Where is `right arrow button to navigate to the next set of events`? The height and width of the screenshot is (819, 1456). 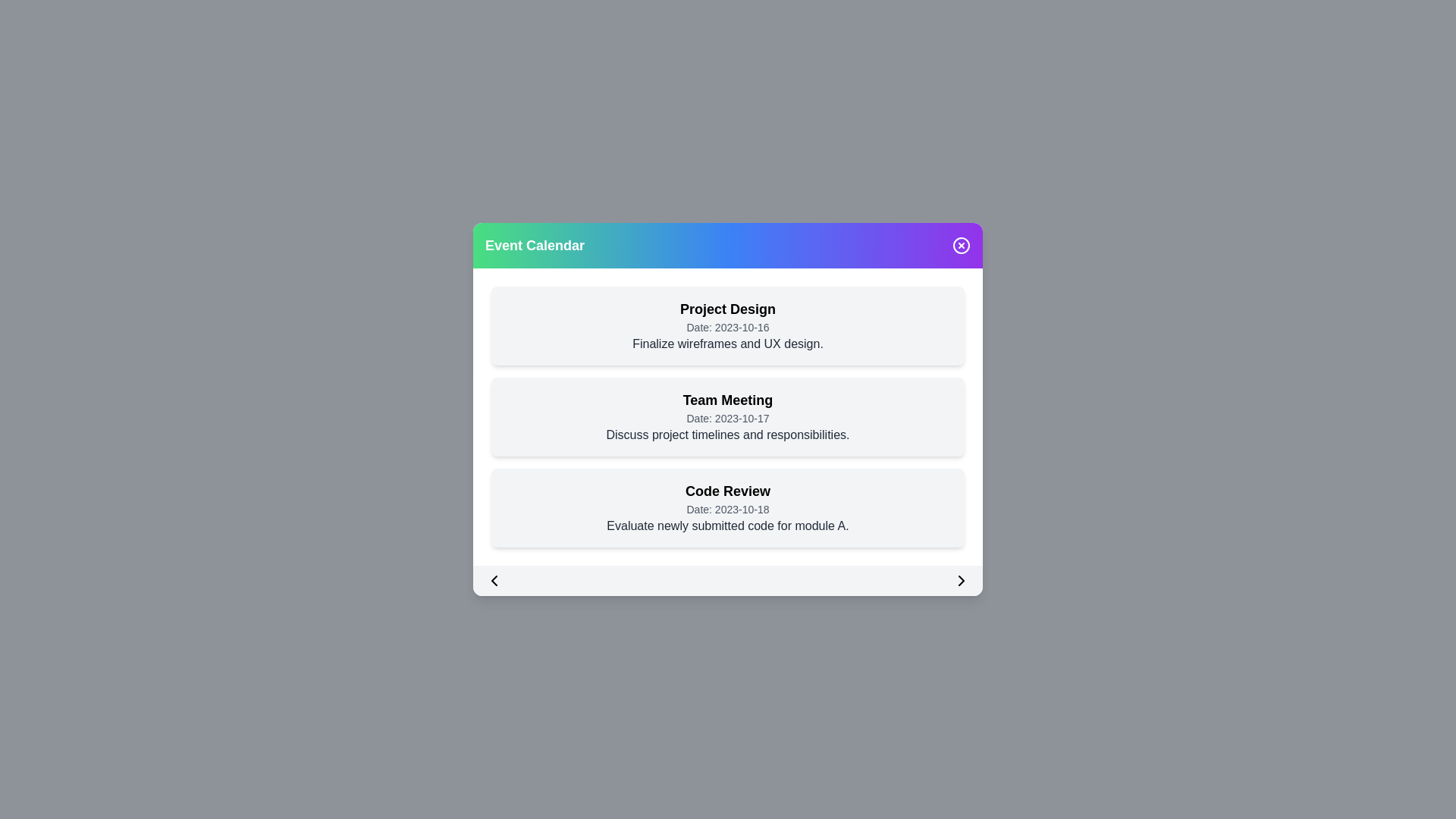 right arrow button to navigate to the next set of events is located at coordinates (960, 580).